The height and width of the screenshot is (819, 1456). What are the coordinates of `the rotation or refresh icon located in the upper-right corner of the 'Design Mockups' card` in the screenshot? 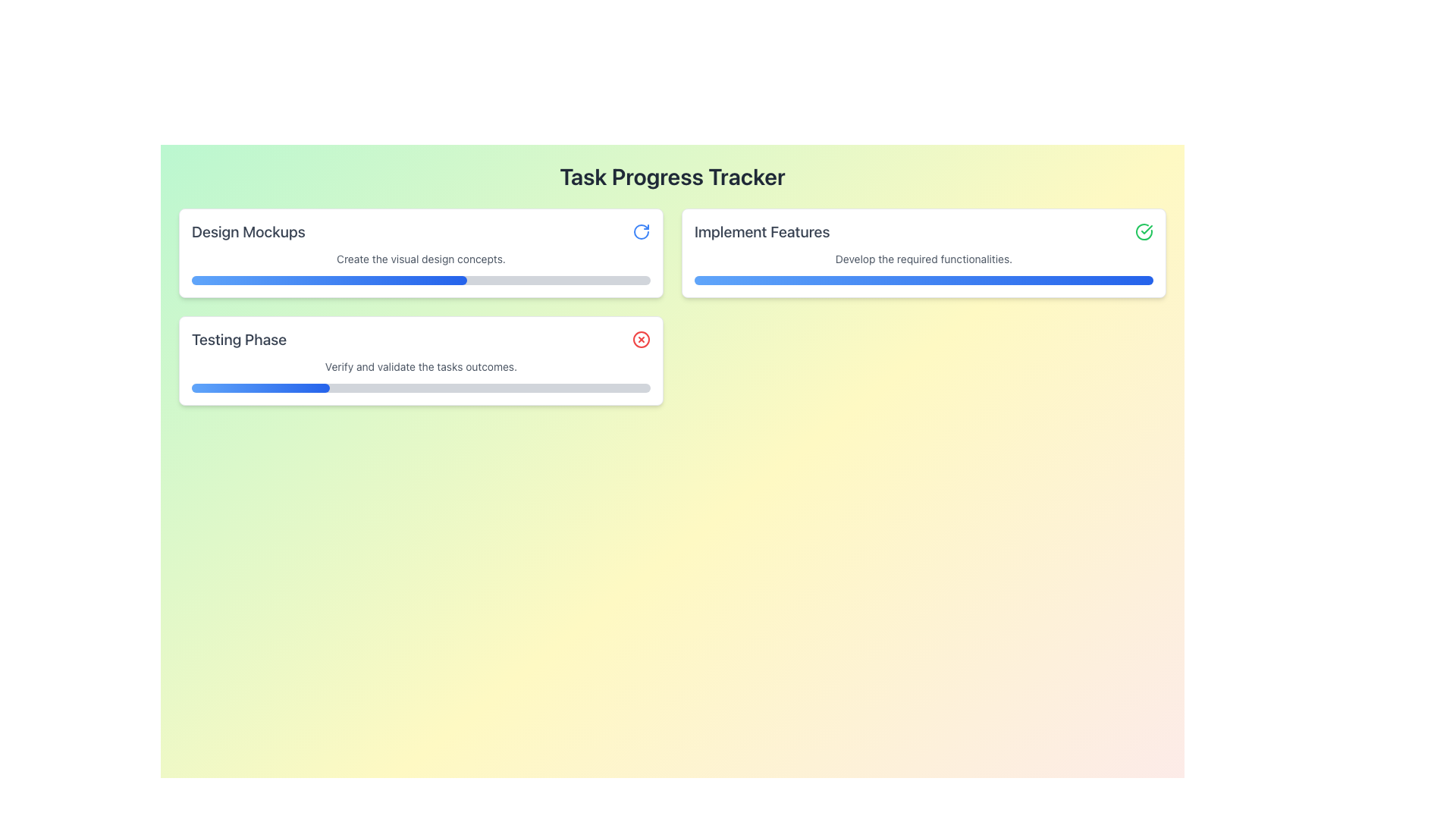 It's located at (641, 231).